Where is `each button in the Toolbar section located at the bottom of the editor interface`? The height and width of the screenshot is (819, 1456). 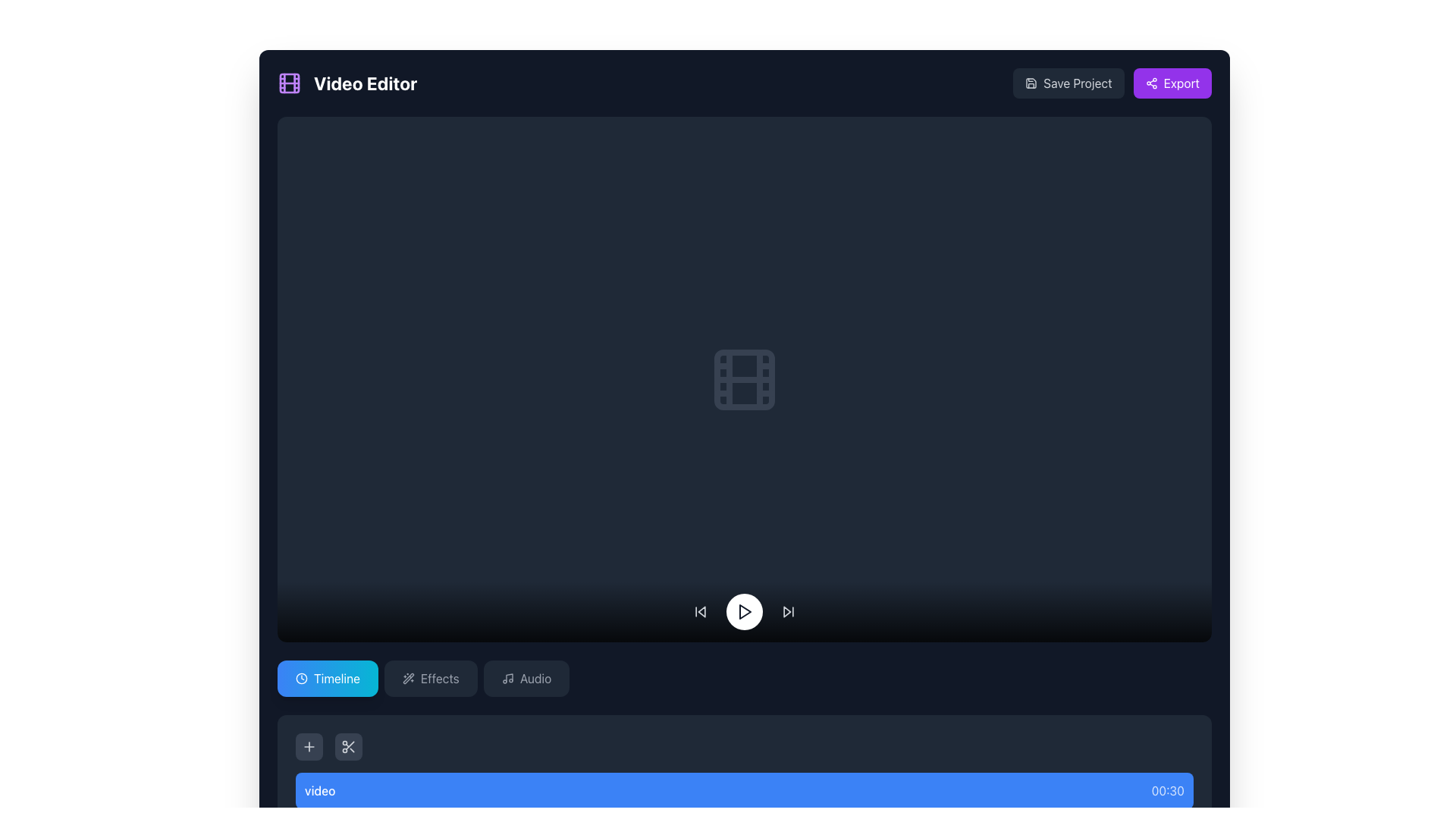 each button in the Toolbar section located at the bottom of the editor interface is located at coordinates (745, 745).